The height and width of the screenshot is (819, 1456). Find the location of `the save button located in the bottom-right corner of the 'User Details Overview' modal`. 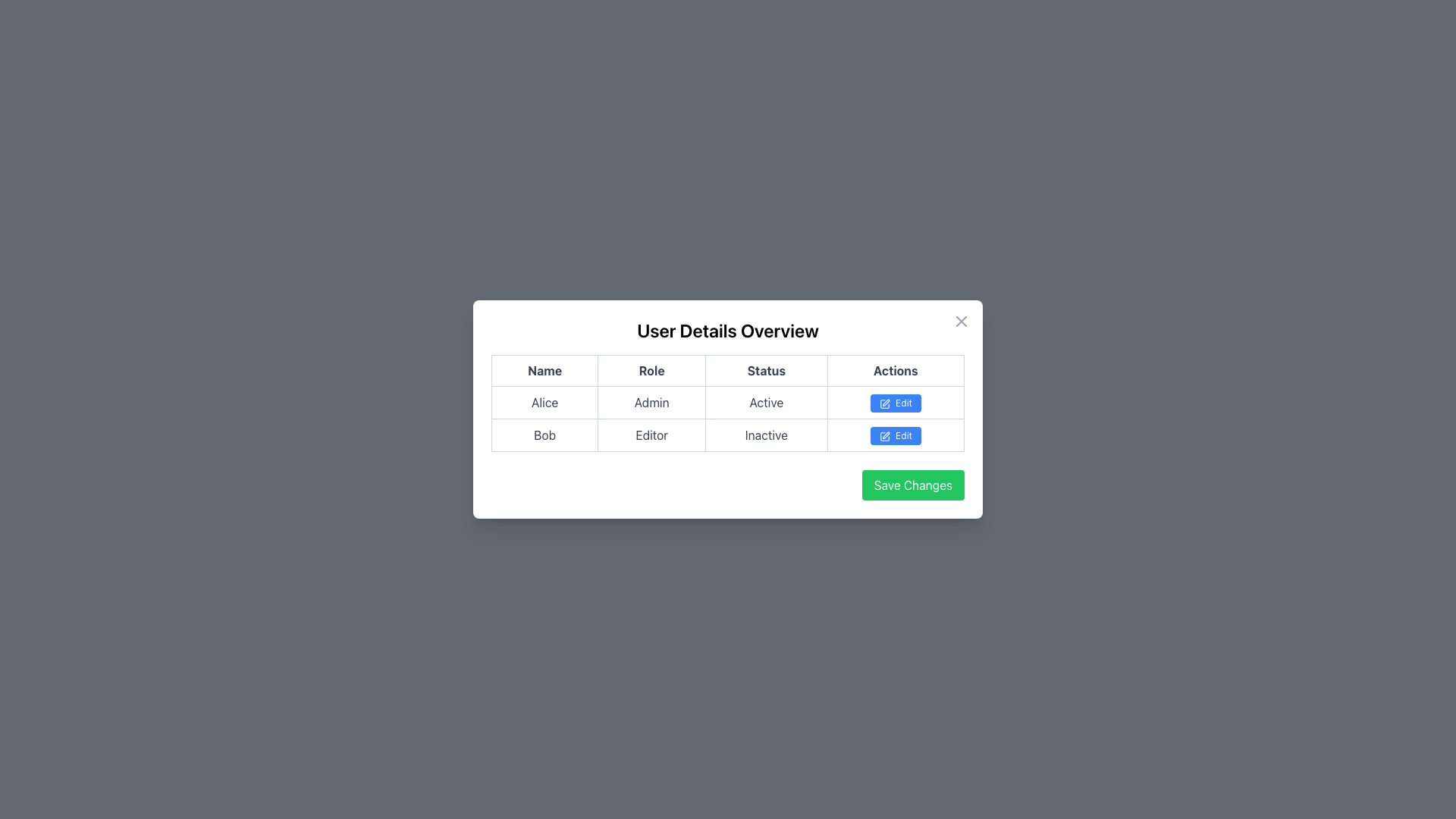

the save button located in the bottom-right corner of the 'User Details Overview' modal is located at coordinates (912, 485).